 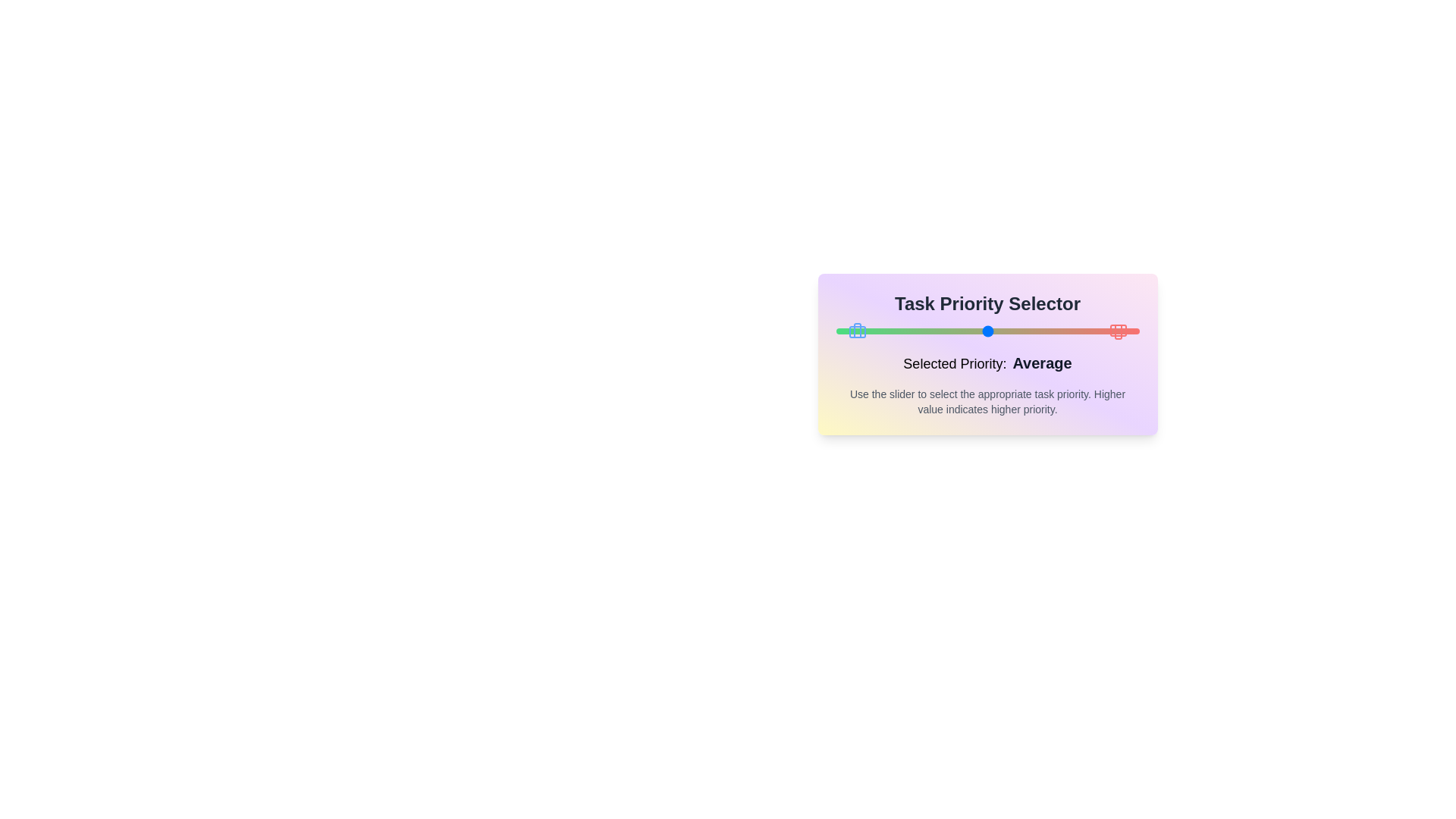 What do you see at coordinates (987, 330) in the screenshot?
I see `the slider to set the priority to 3` at bounding box center [987, 330].